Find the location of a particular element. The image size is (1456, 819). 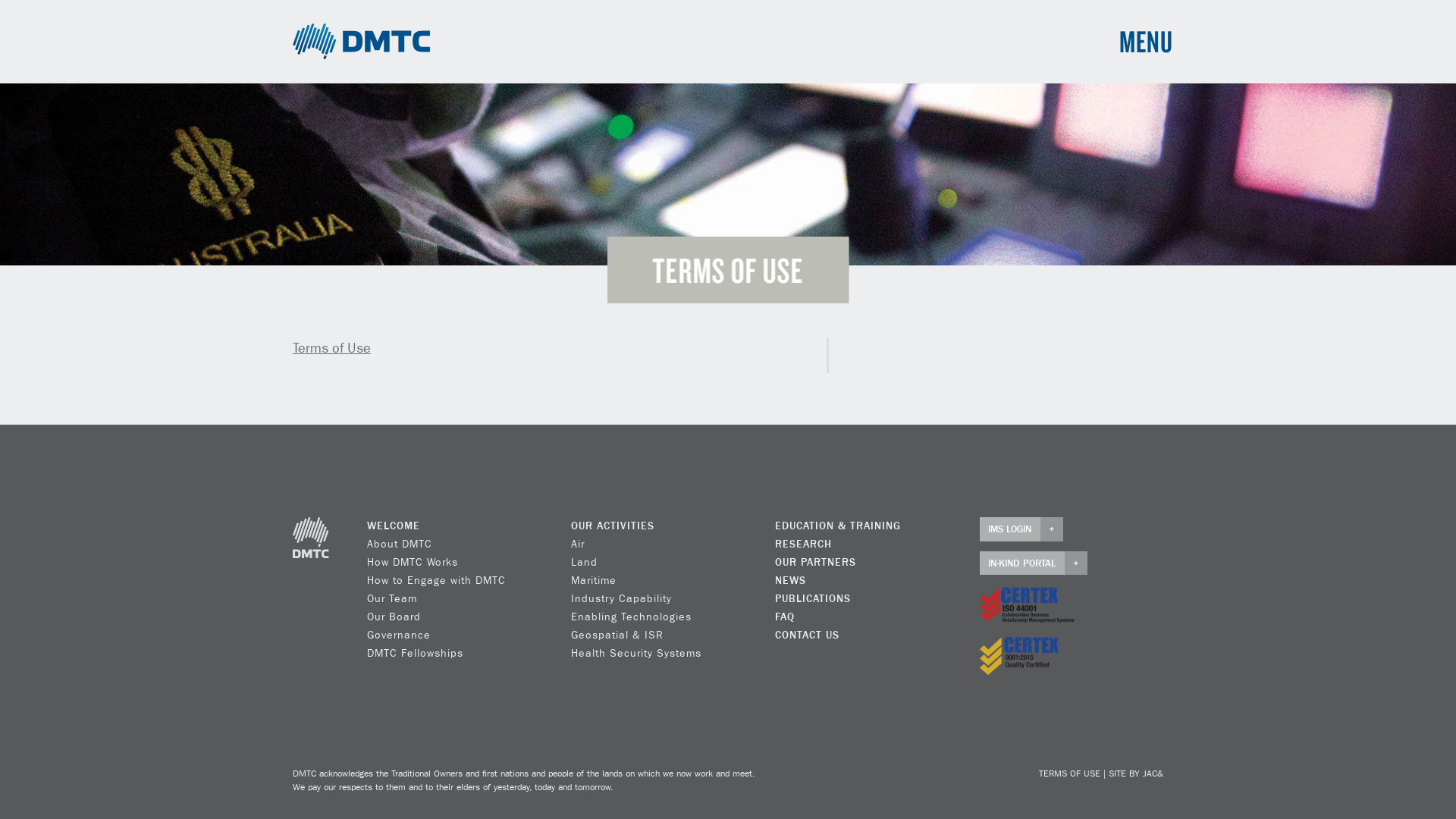

'How DMTC Works' is located at coordinates (412, 562).